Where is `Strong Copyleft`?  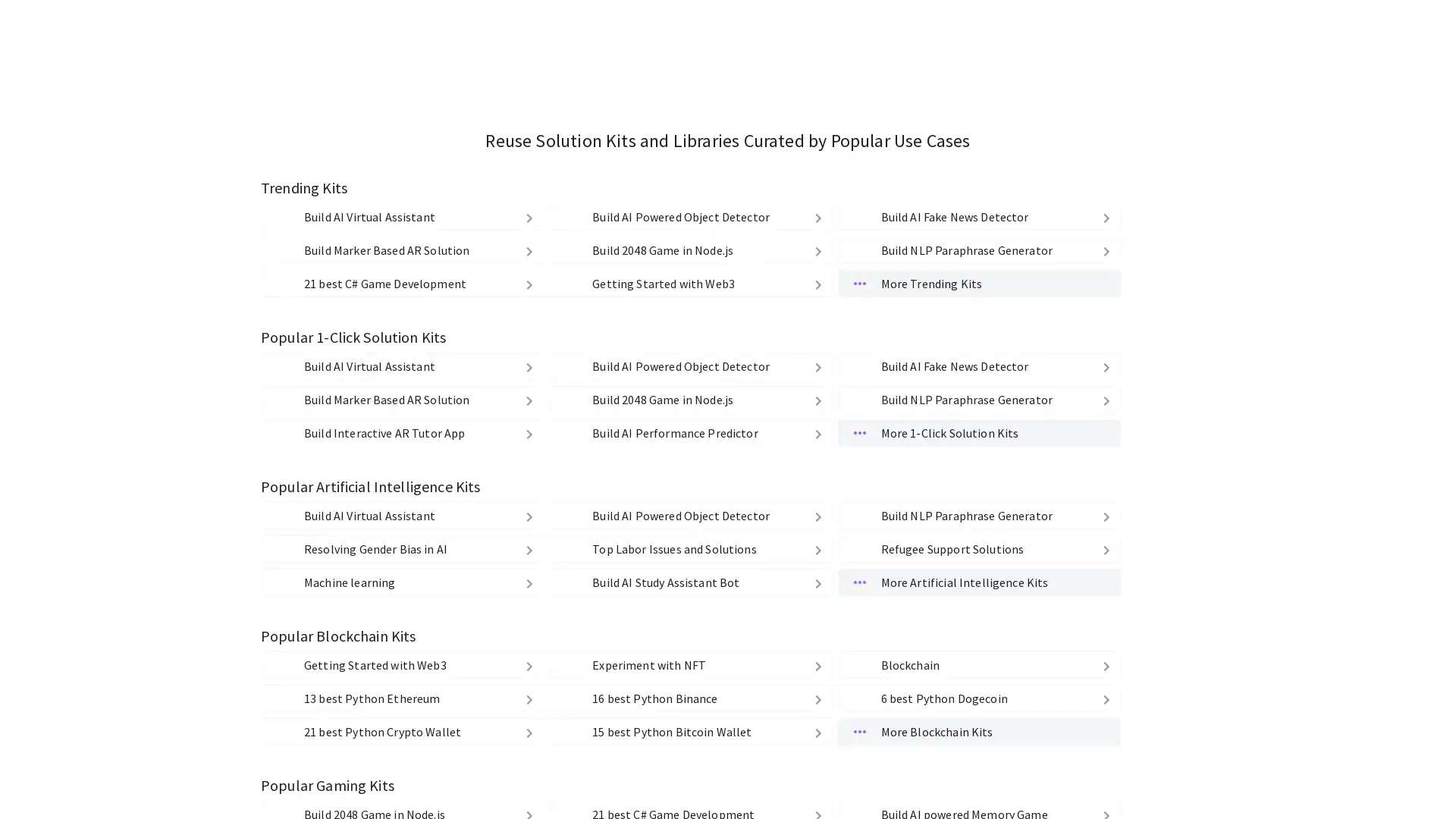 Strong Copyleft is located at coordinates (495, 447).